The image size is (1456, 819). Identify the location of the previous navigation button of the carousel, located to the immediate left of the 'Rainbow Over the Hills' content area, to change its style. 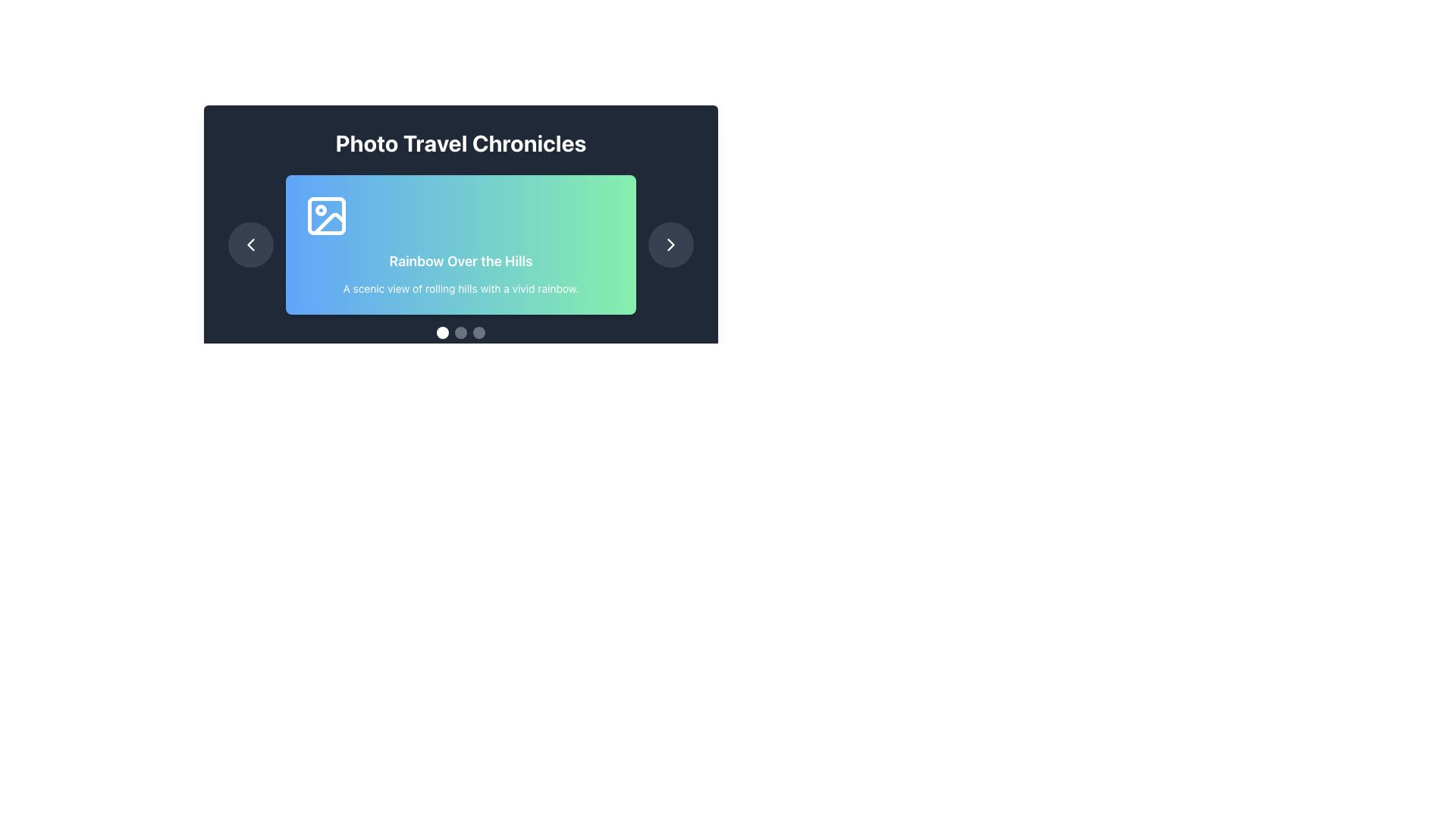
(251, 244).